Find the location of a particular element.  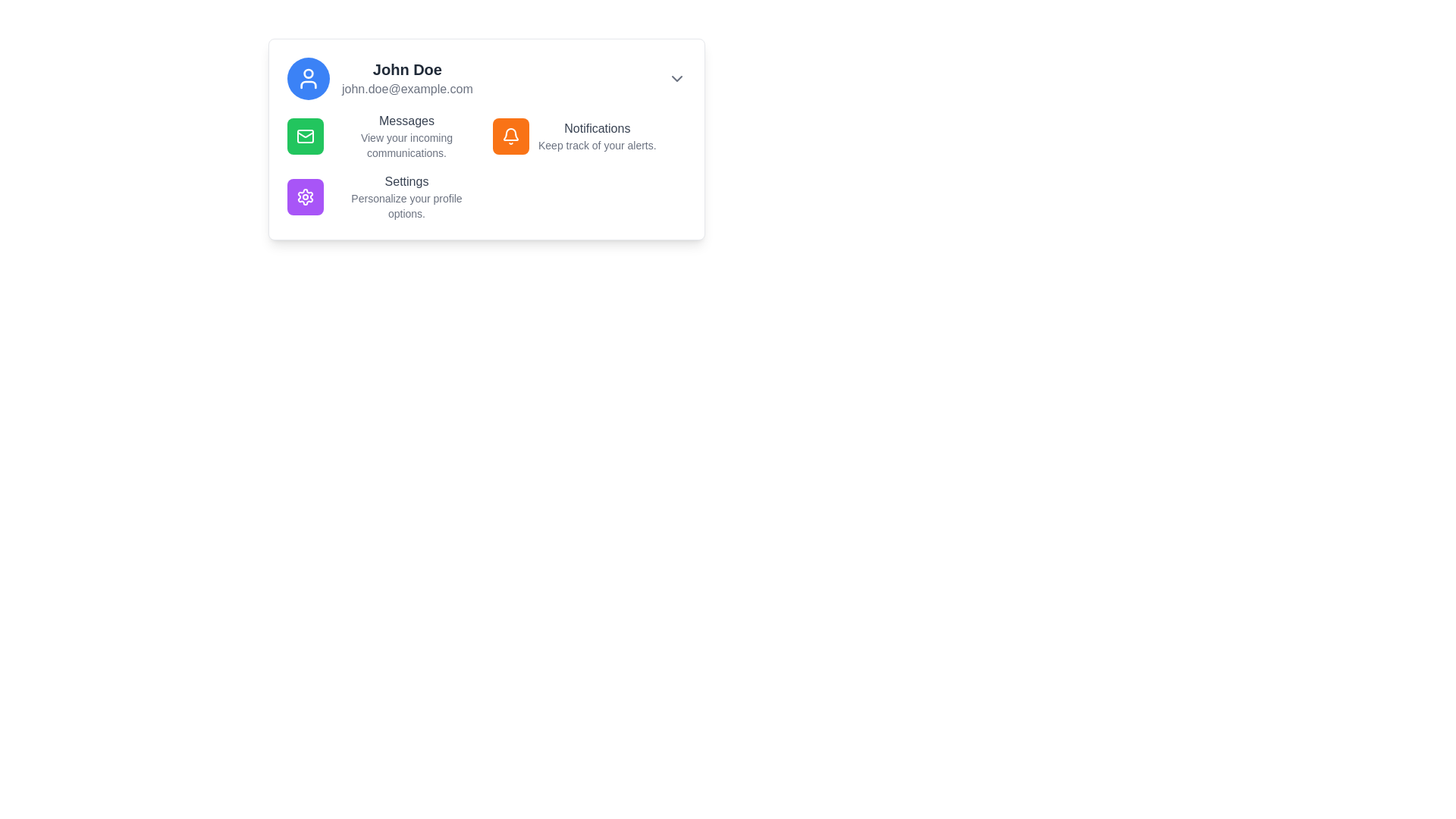

the notification button located in the top-right quarter of the grid layout is located at coordinates (588, 136).